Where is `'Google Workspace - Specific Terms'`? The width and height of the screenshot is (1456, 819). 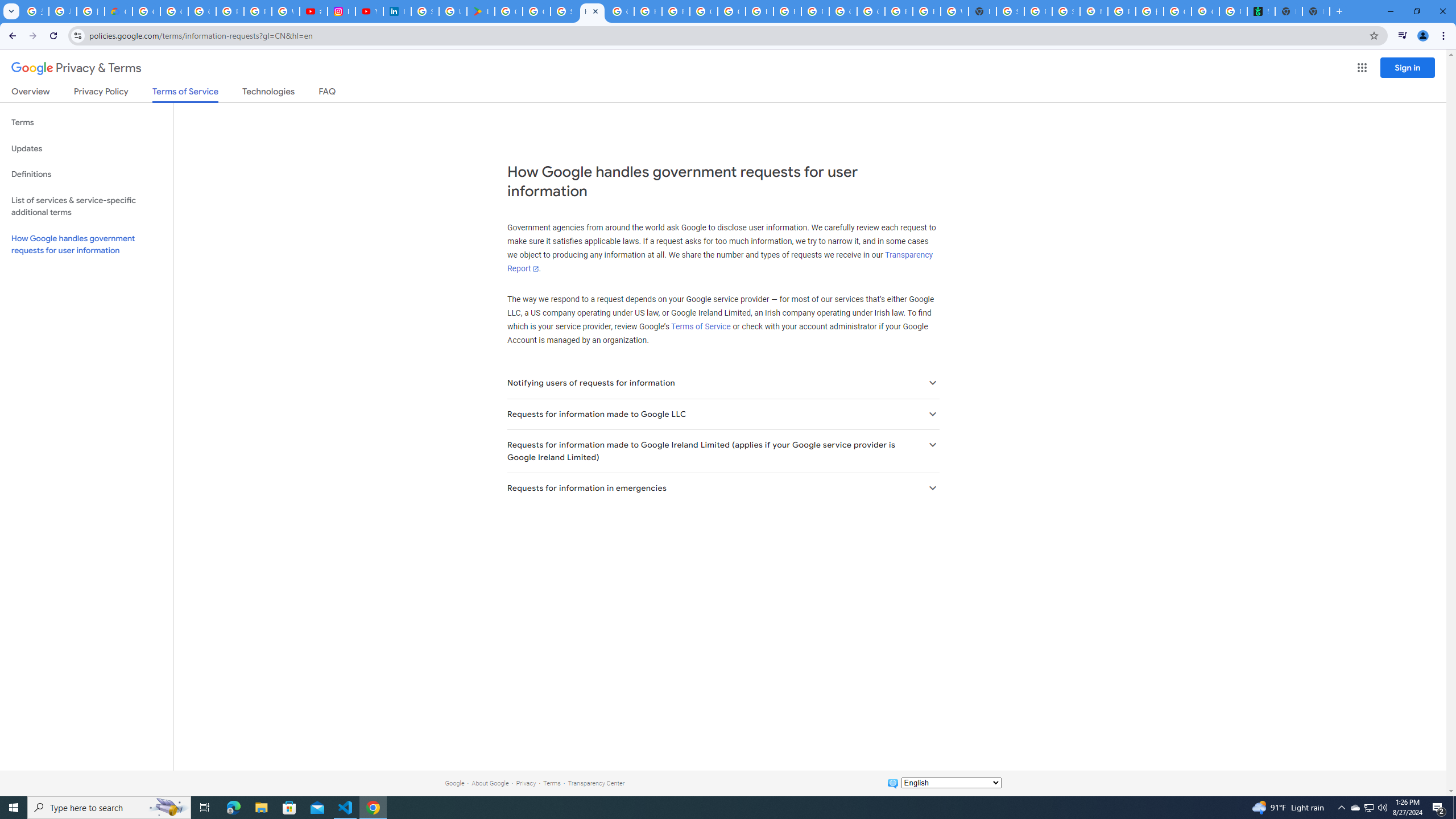
'Google Workspace - Specific Terms' is located at coordinates (536, 11).